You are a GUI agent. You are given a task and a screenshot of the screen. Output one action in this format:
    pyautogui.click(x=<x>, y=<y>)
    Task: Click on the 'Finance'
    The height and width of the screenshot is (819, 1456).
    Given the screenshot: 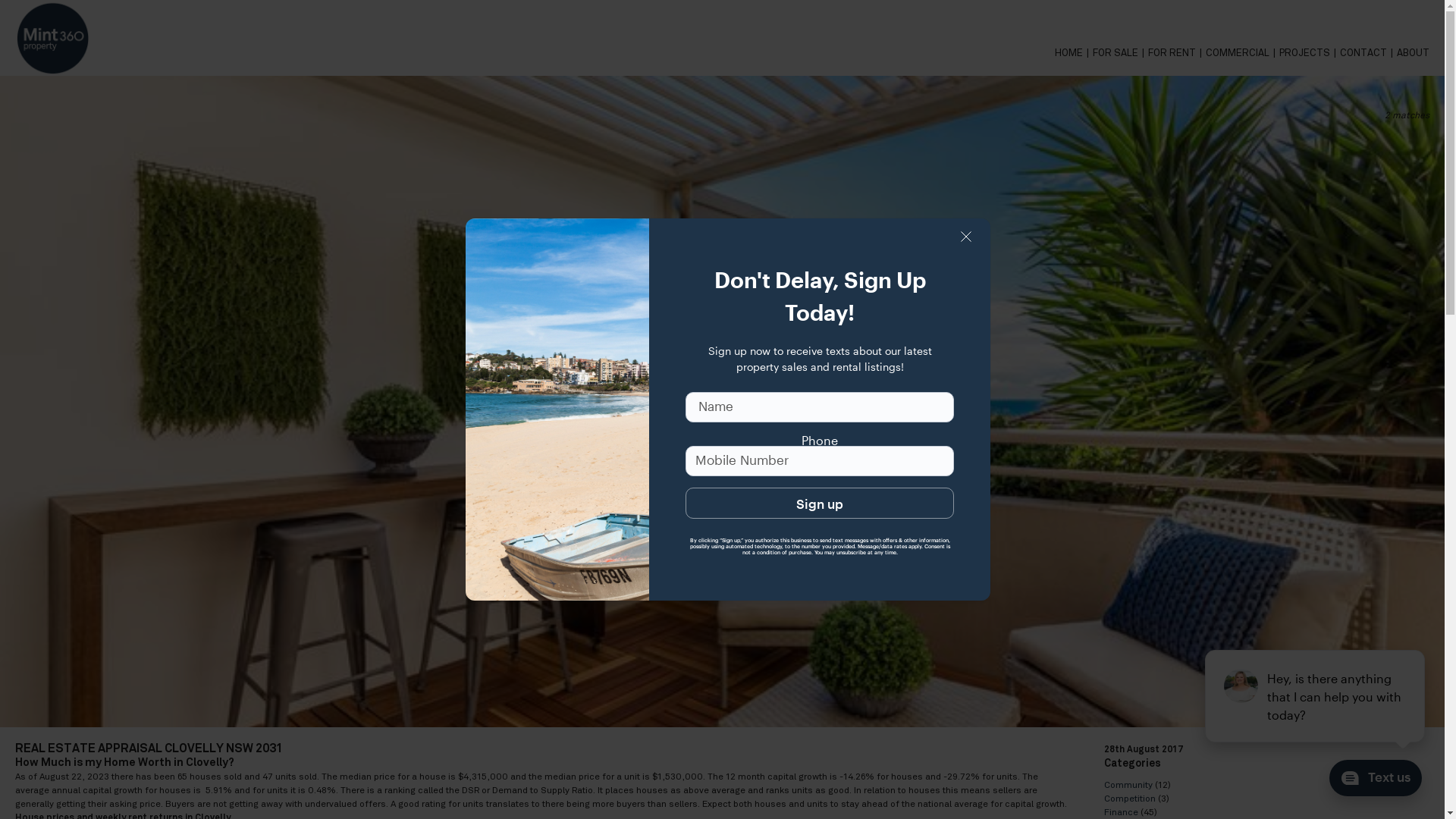 What is the action you would take?
    pyautogui.click(x=1121, y=811)
    